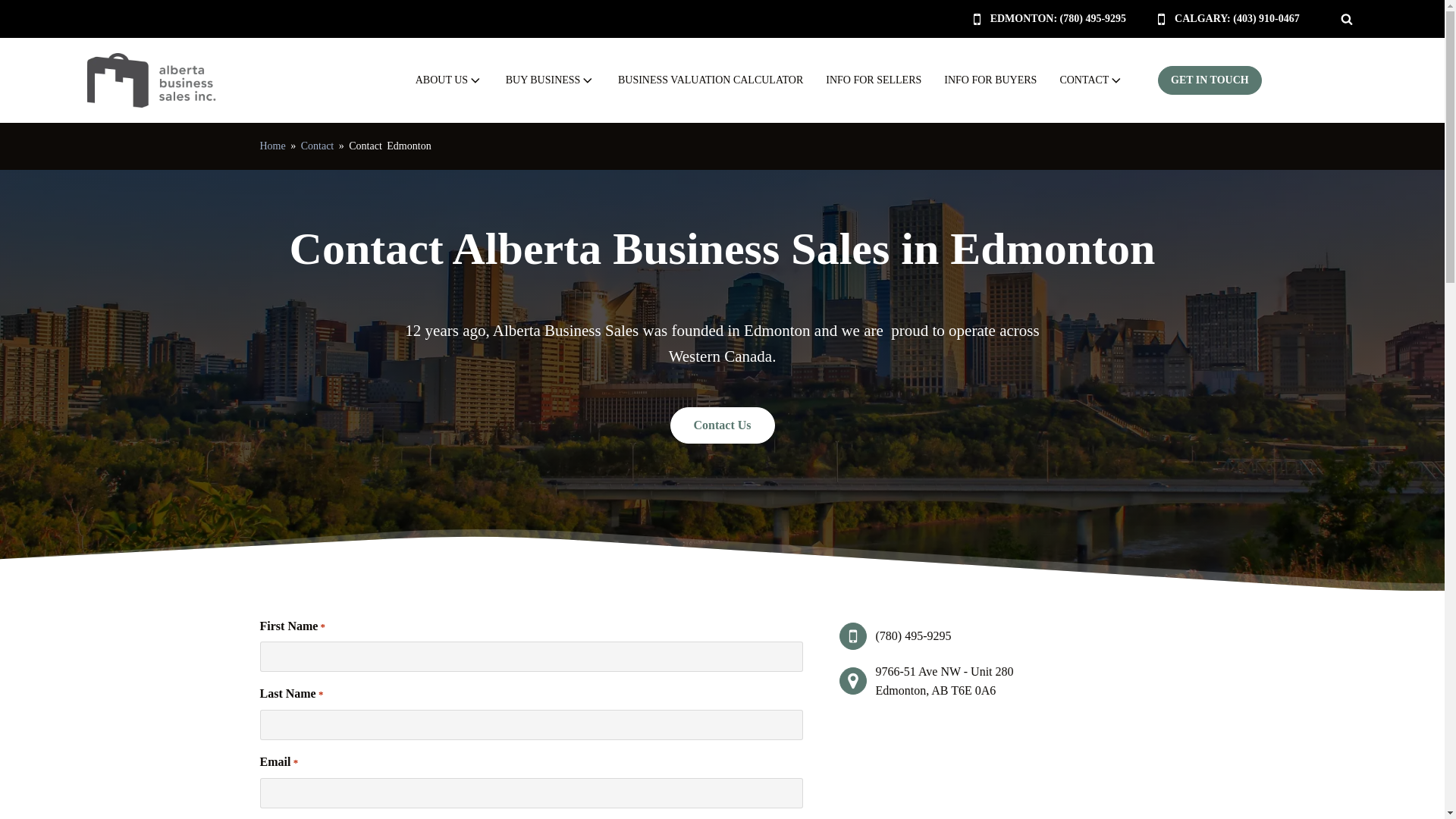 The width and height of the screenshot is (1456, 819). Describe the element at coordinates (709, 80) in the screenshot. I see `'BUSINESS VALUATION CALCULATOR'` at that location.